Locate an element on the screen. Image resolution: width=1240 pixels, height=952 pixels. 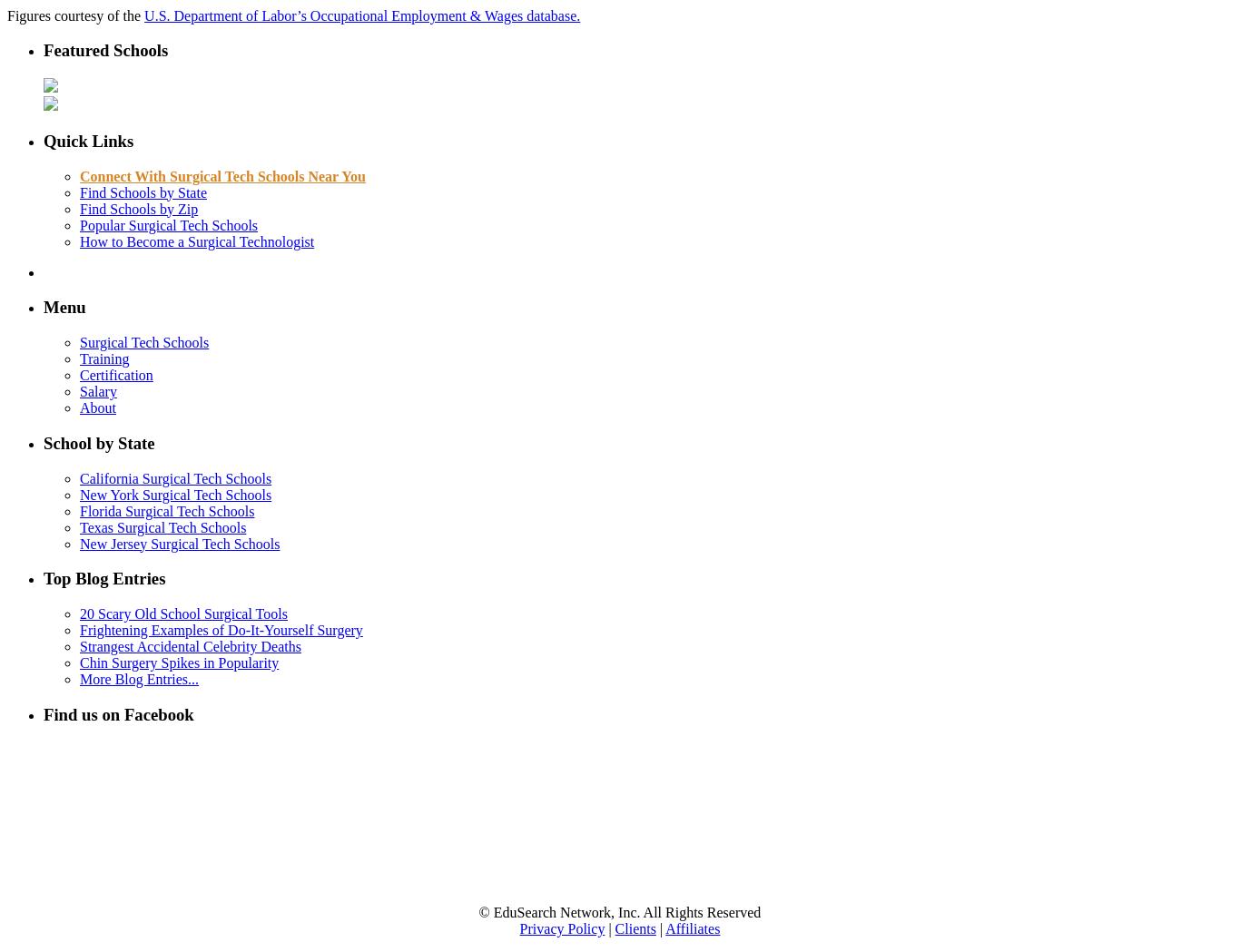
'U.S. Department of Labor’s Occupational Employment & Wages database.' is located at coordinates (361, 14).